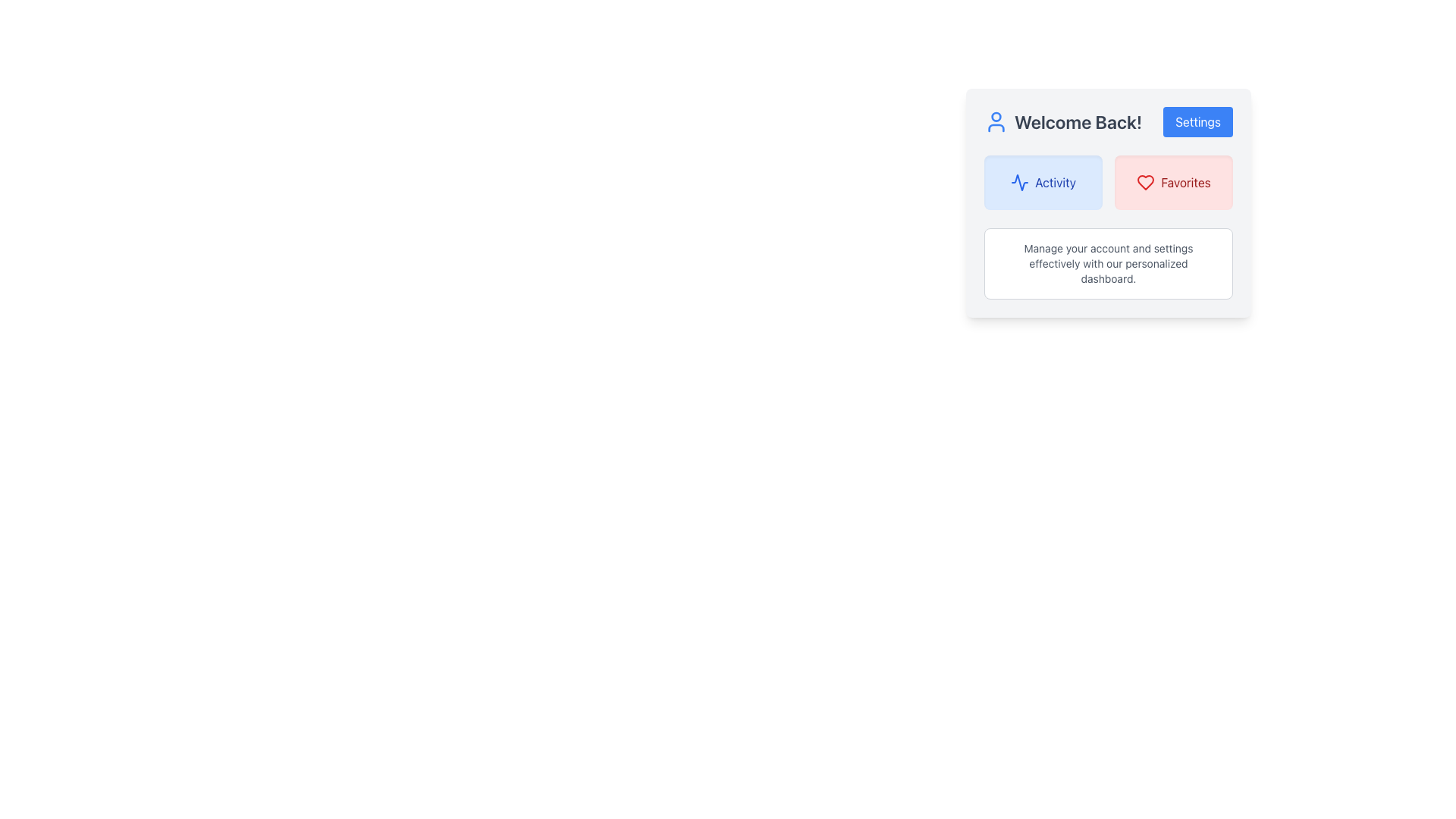 The image size is (1456, 819). What do you see at coordinates (1109, 262) in the screenshot?
I see `informational text element providing guidance about managing the account and utilizing settings within the personalized dashboard, located below 'Activity' and 'Favorites' cards in the 'Welcome Back!' panel` at bounding box center [1109, 262].